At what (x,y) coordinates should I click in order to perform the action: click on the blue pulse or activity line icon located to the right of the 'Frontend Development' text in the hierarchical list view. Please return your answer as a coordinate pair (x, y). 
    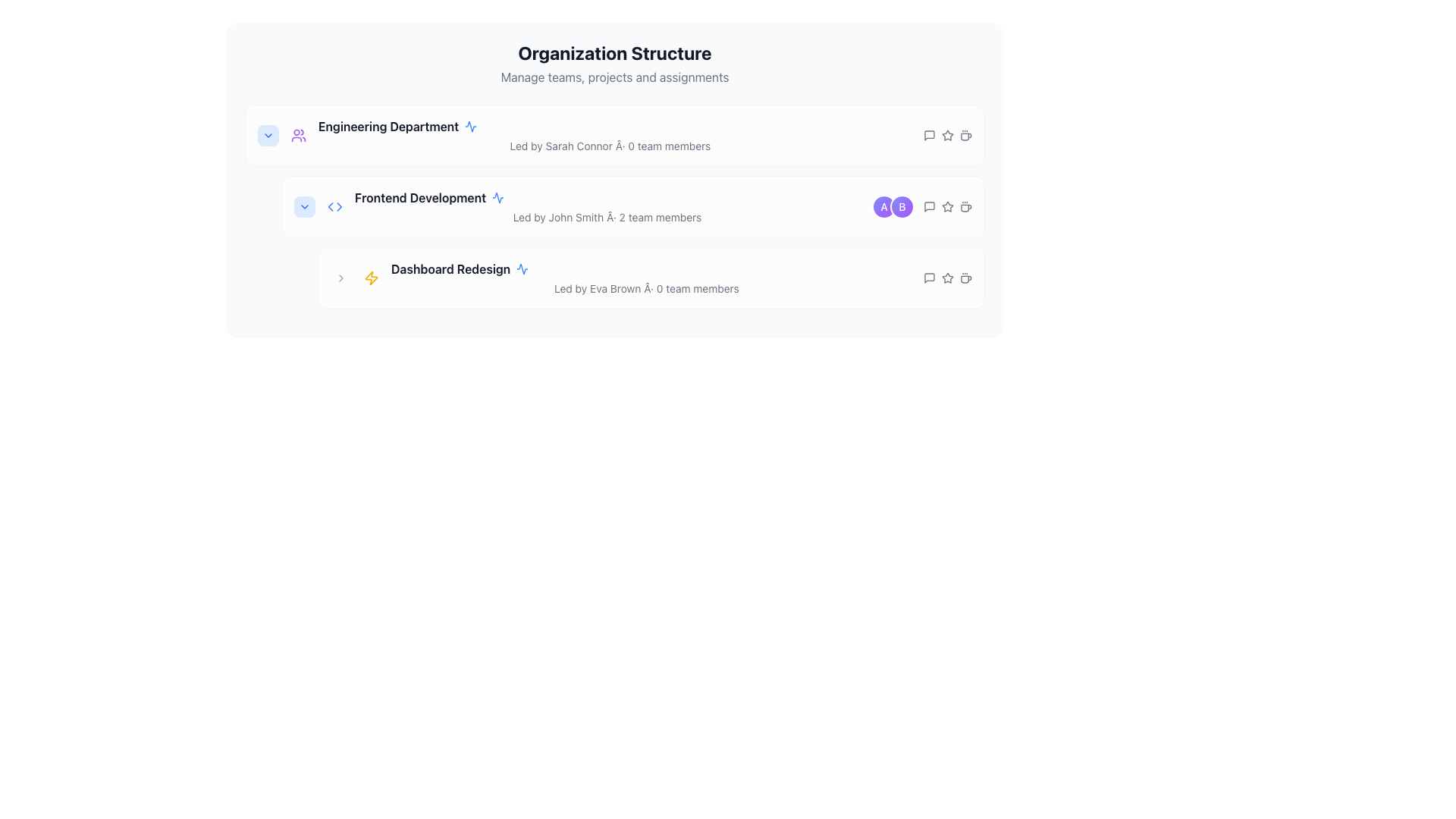
    Looking at the image, I should click on (498, 197).